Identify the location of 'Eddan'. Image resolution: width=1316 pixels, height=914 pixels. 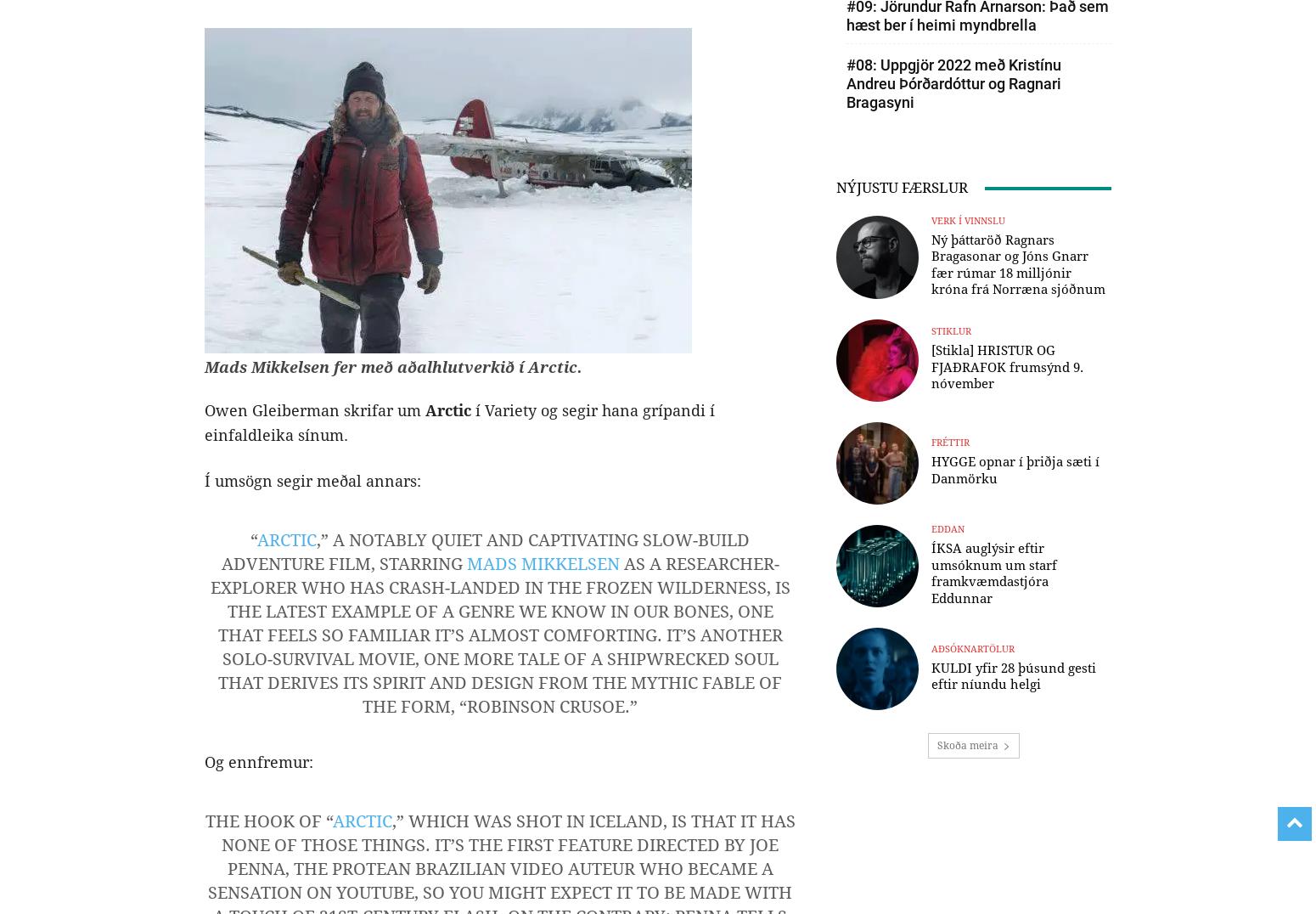
(947, 529).